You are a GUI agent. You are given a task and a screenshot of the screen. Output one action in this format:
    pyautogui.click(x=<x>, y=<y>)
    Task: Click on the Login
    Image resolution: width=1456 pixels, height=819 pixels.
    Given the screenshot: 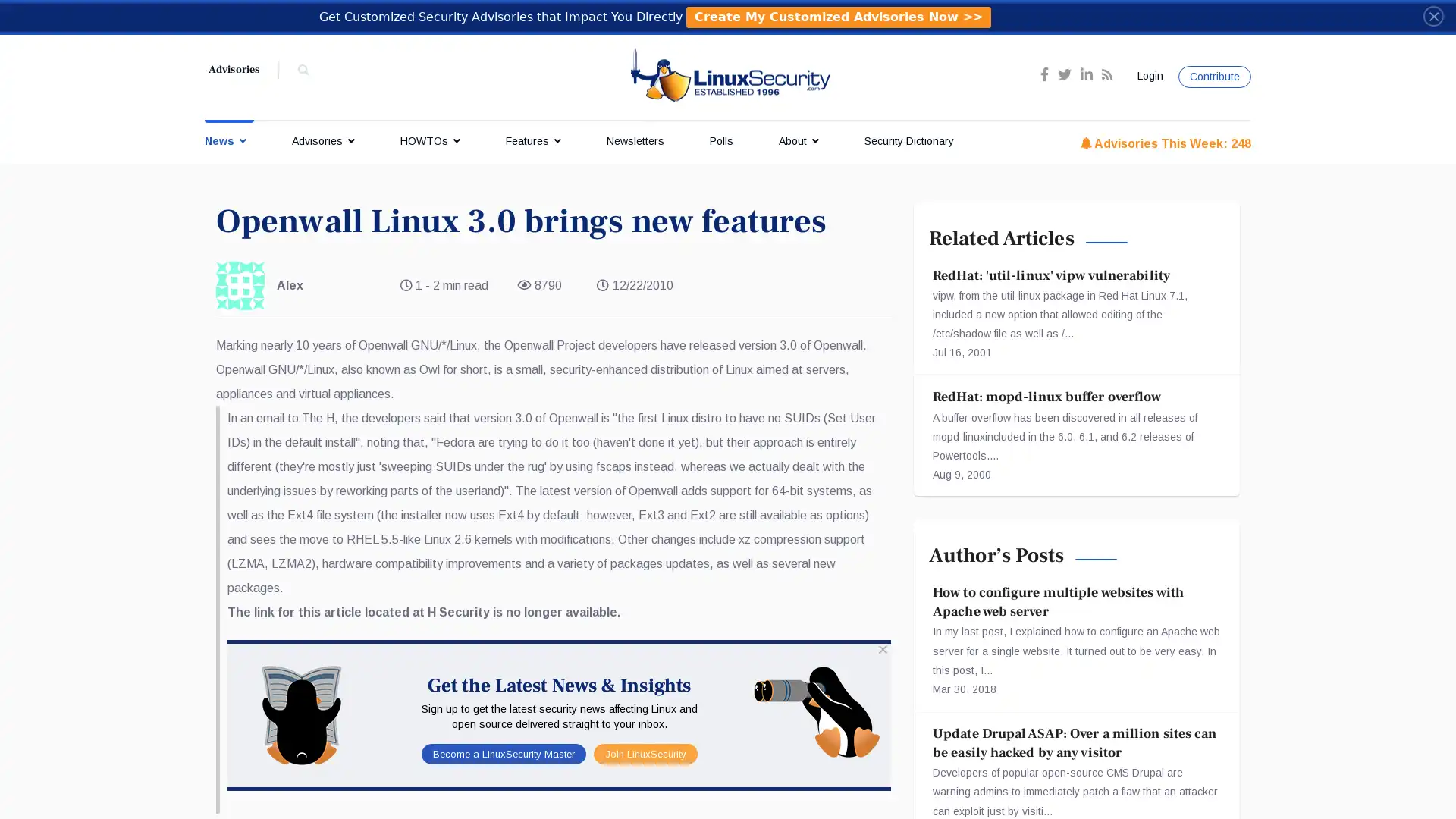 What is the action you would take?
    pyautogui.click(x=1147, y=76)
    